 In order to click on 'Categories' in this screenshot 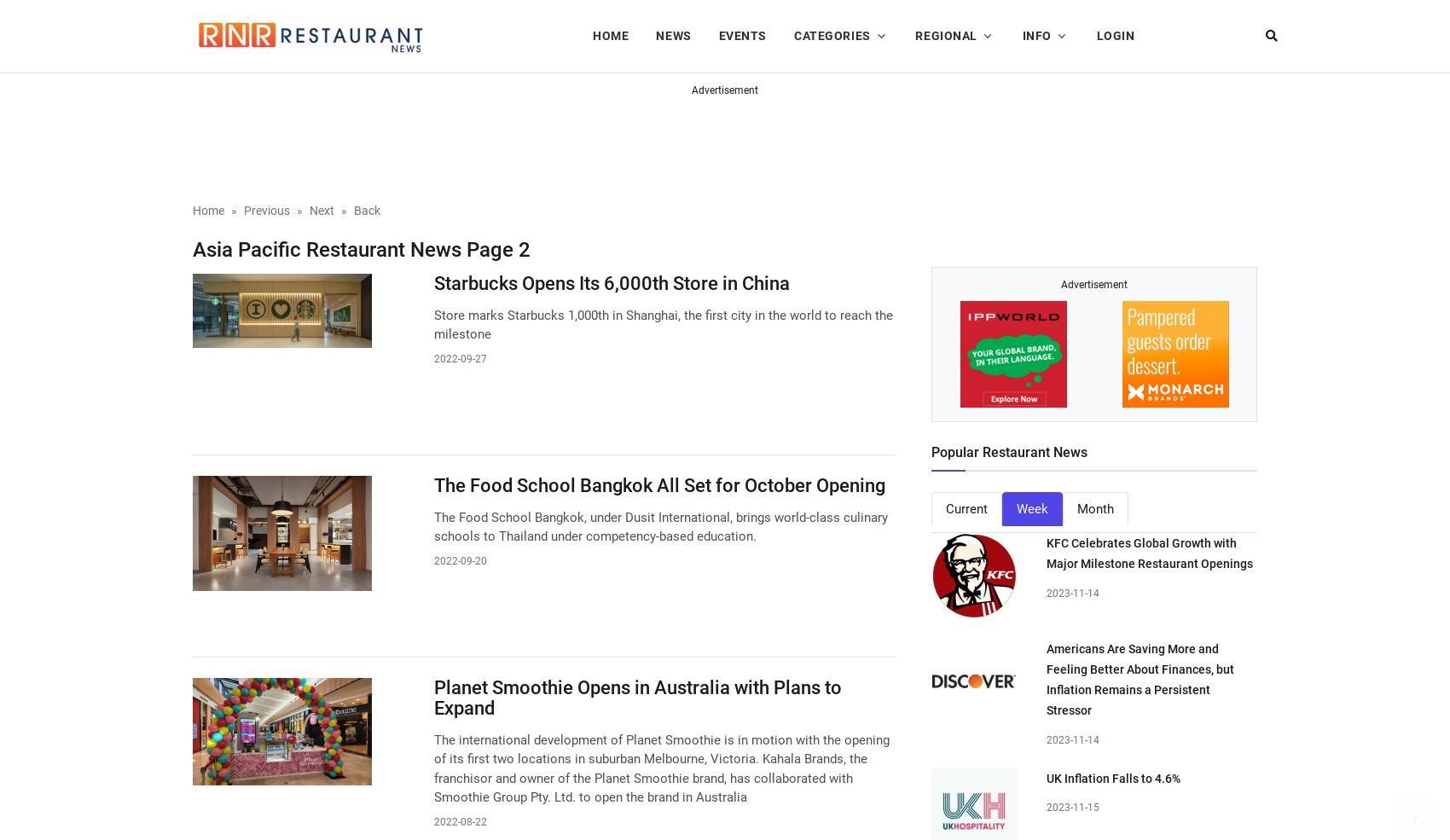, I will do `click(831, 34)`.